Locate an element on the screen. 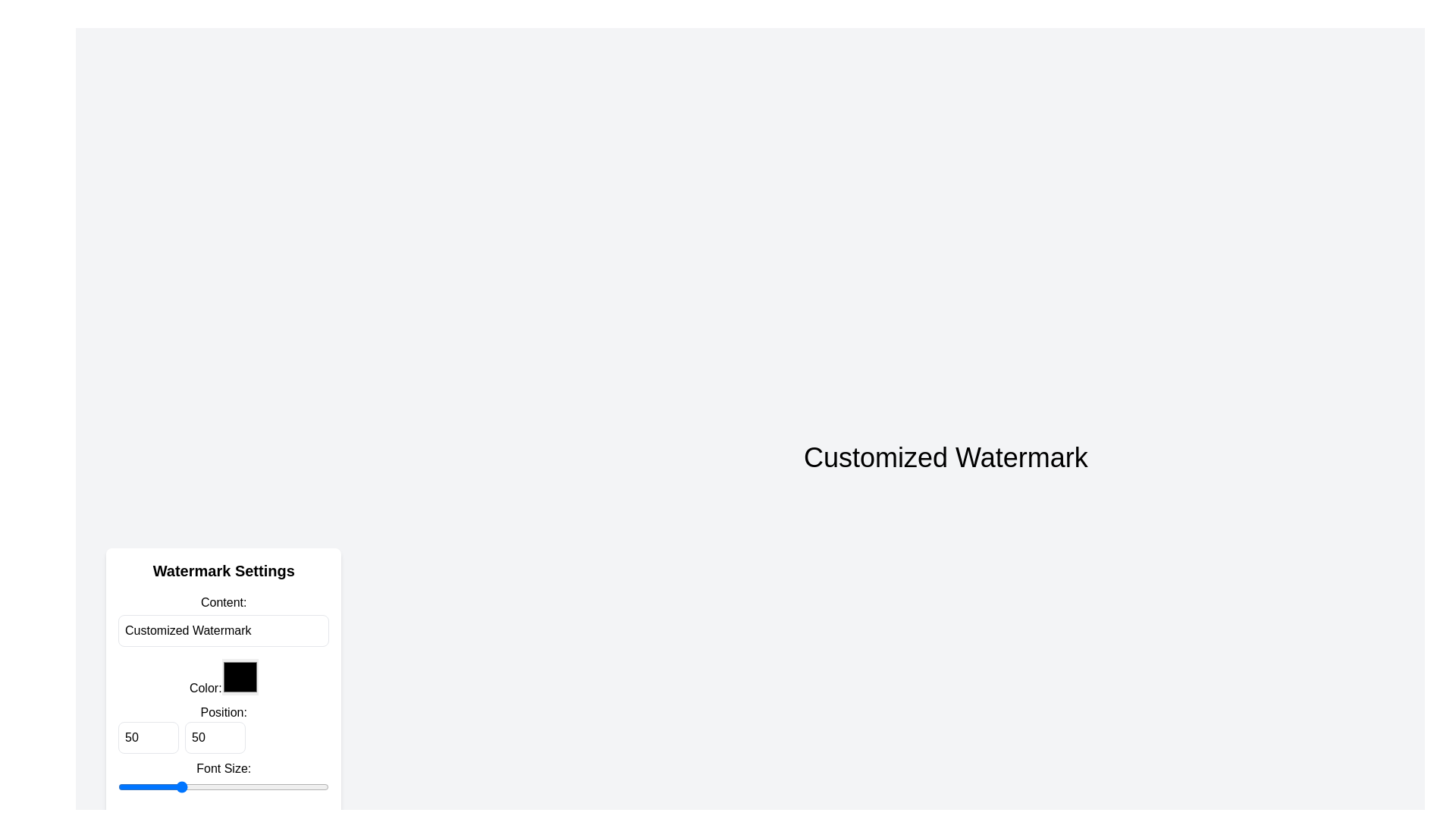  the font size is located at coordinates (153, 786).